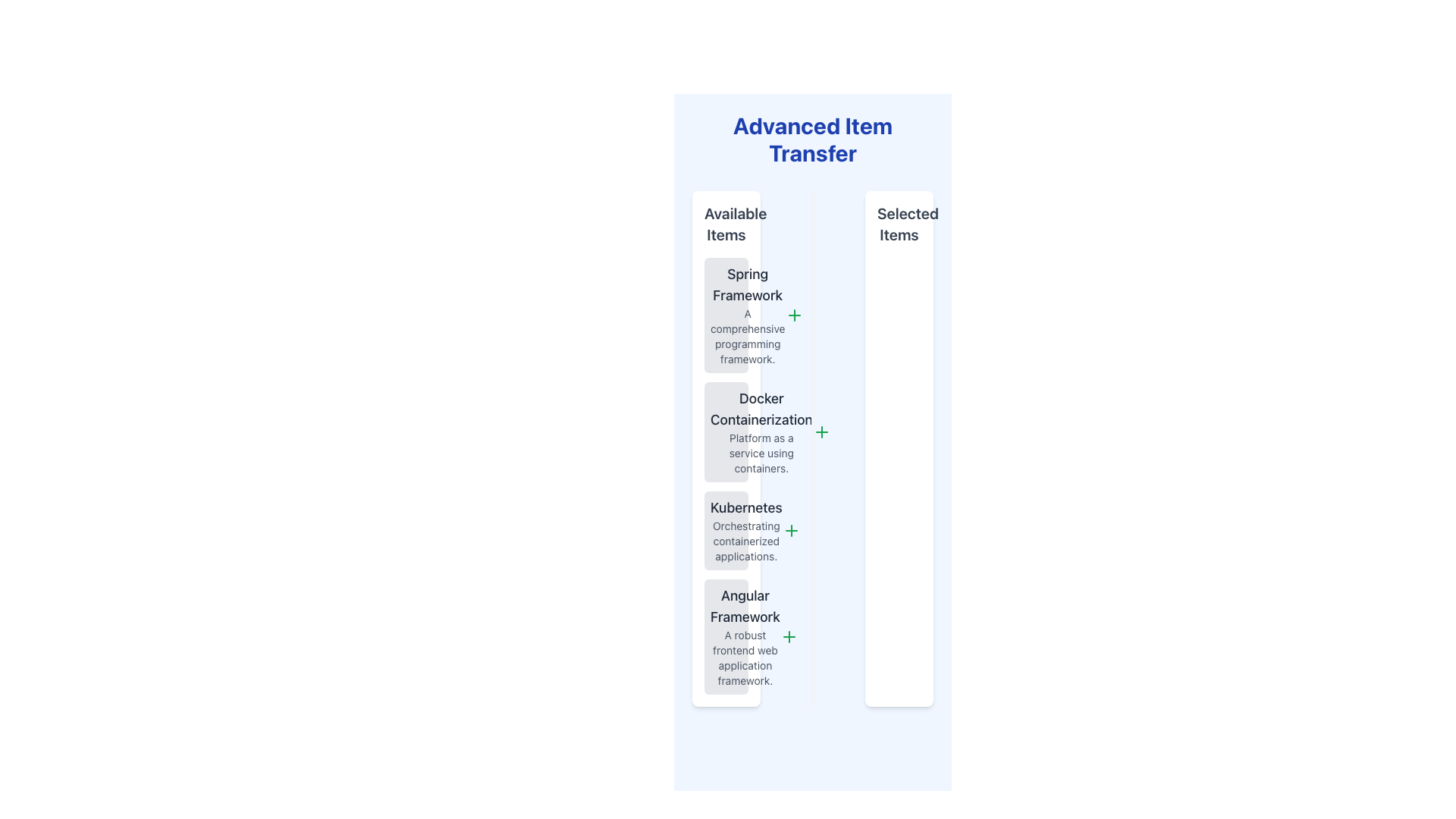 The image size is (1456, 819). What do you see at coordinates (761, 409) in the screenshot?
I see `the text element displaying 'Docker Containerization' to interact with its linked functionality` at bounding box center [761, 409].